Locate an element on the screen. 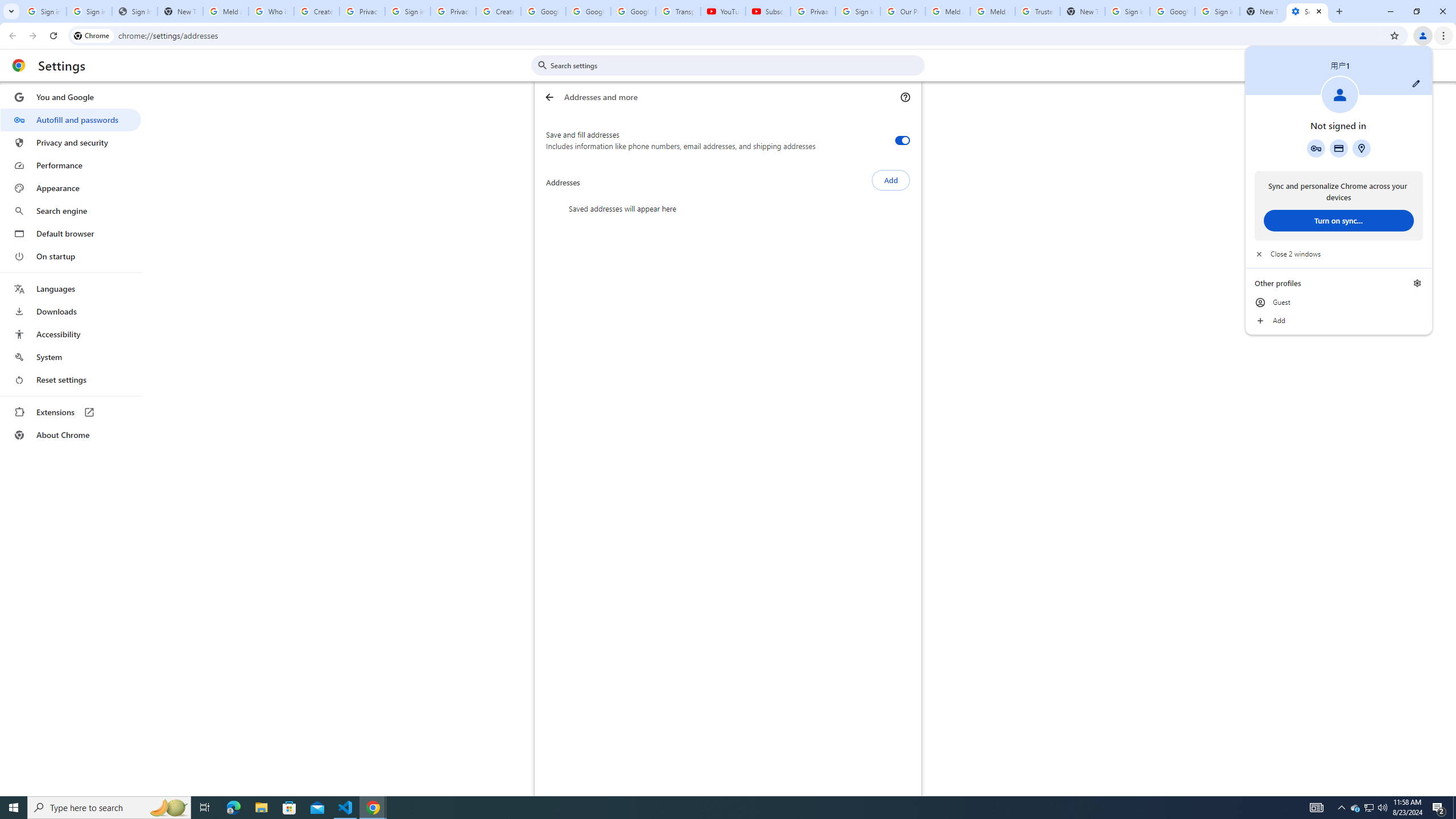 This screenshot has height=819, width=1456. 'Languages' is located at coordinates (70, 289).